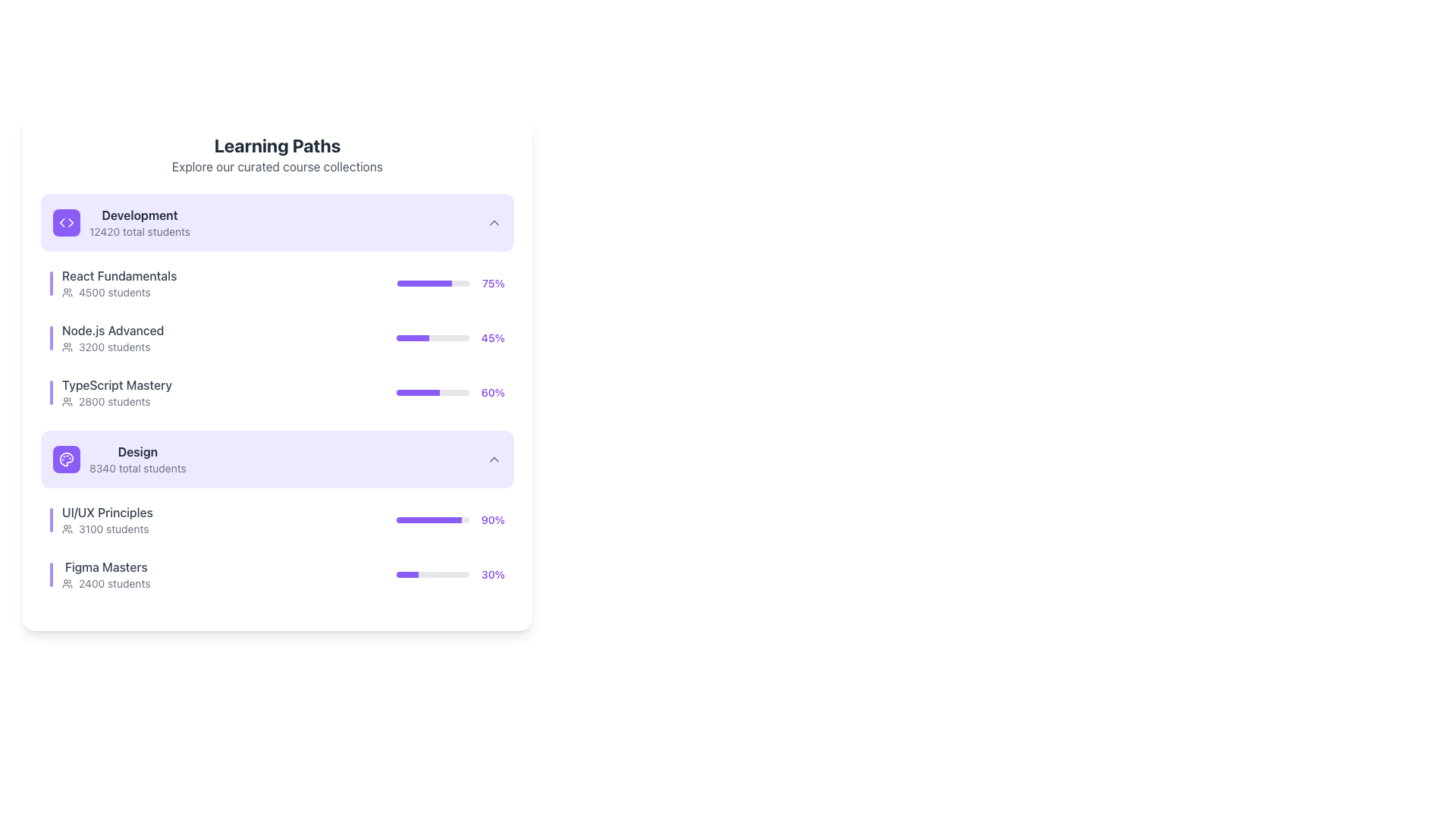 The height and width of the screenshot is (819, 1456). Describe the element at coordinates (51, 575) in the screenshot. I see `vertical violet bar indicator located to the left of the 'Figma Masters' text element` at that location.